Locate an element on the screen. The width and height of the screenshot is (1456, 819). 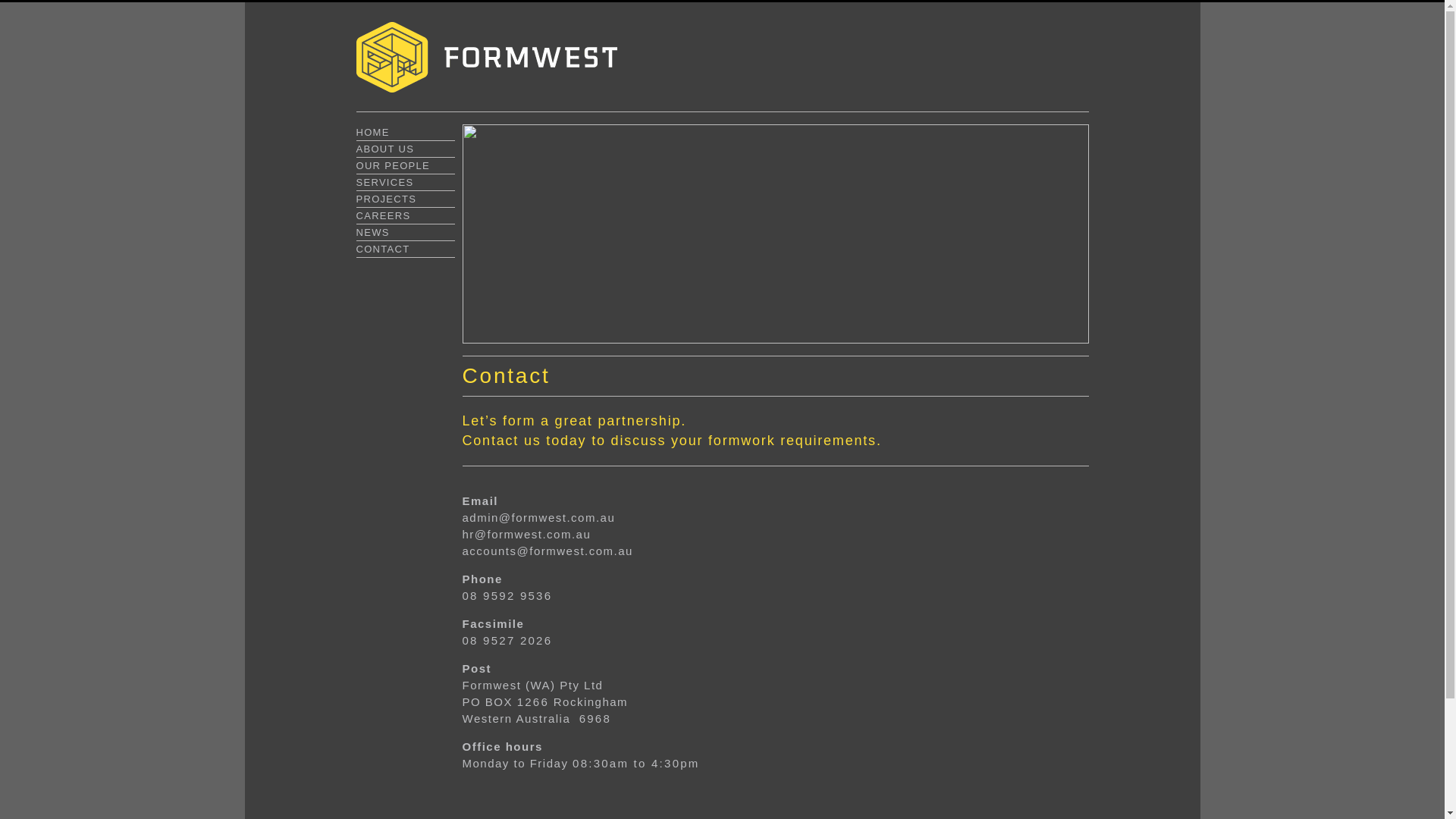
'OUR PEOPLE' is located at coordinates (393, 164).